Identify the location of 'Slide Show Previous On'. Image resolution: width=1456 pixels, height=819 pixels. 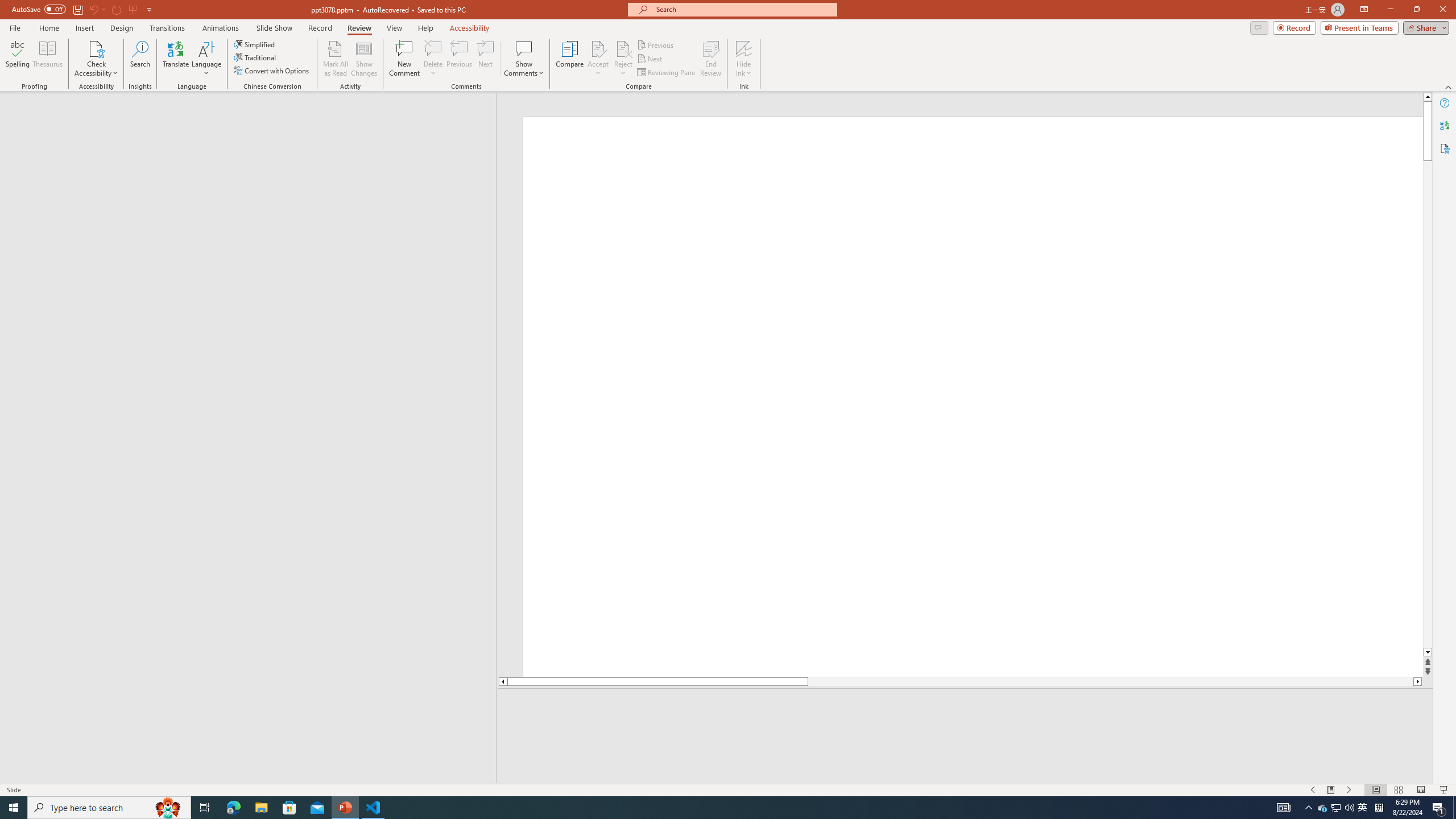
(1313, 790).